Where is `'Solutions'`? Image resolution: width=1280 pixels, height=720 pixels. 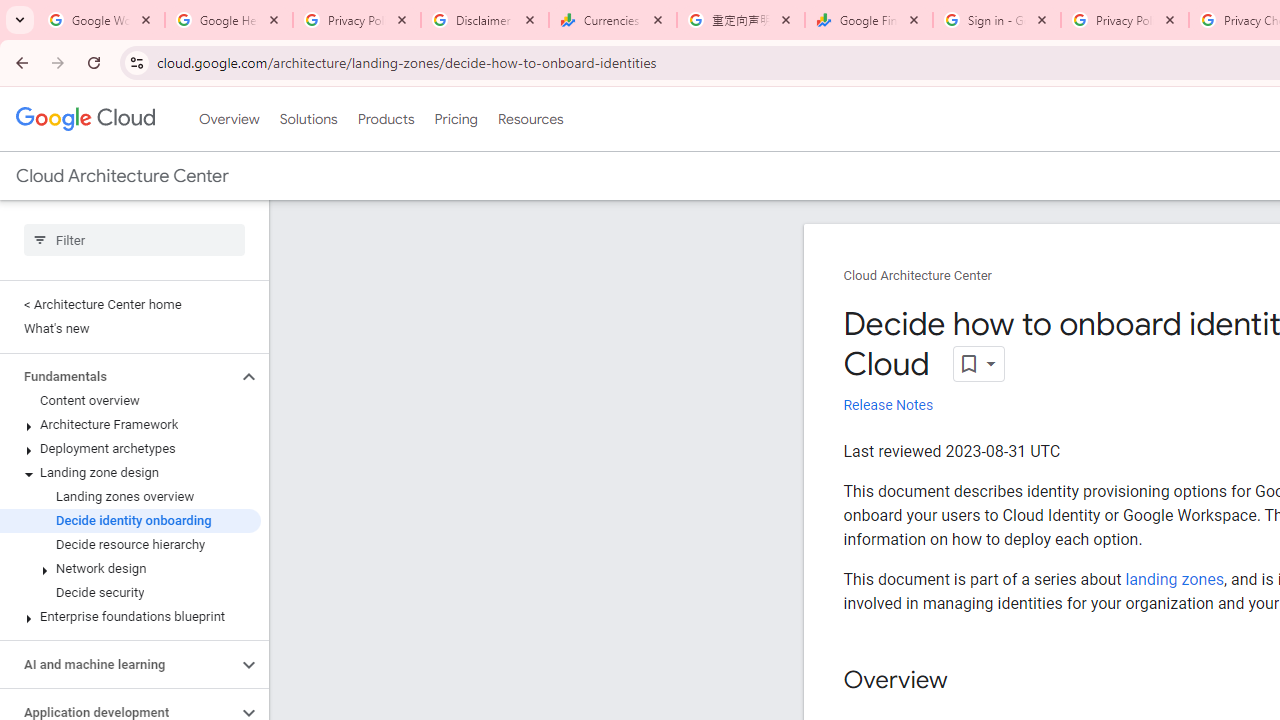 'Solutions' is located at coordinates (307, 119).